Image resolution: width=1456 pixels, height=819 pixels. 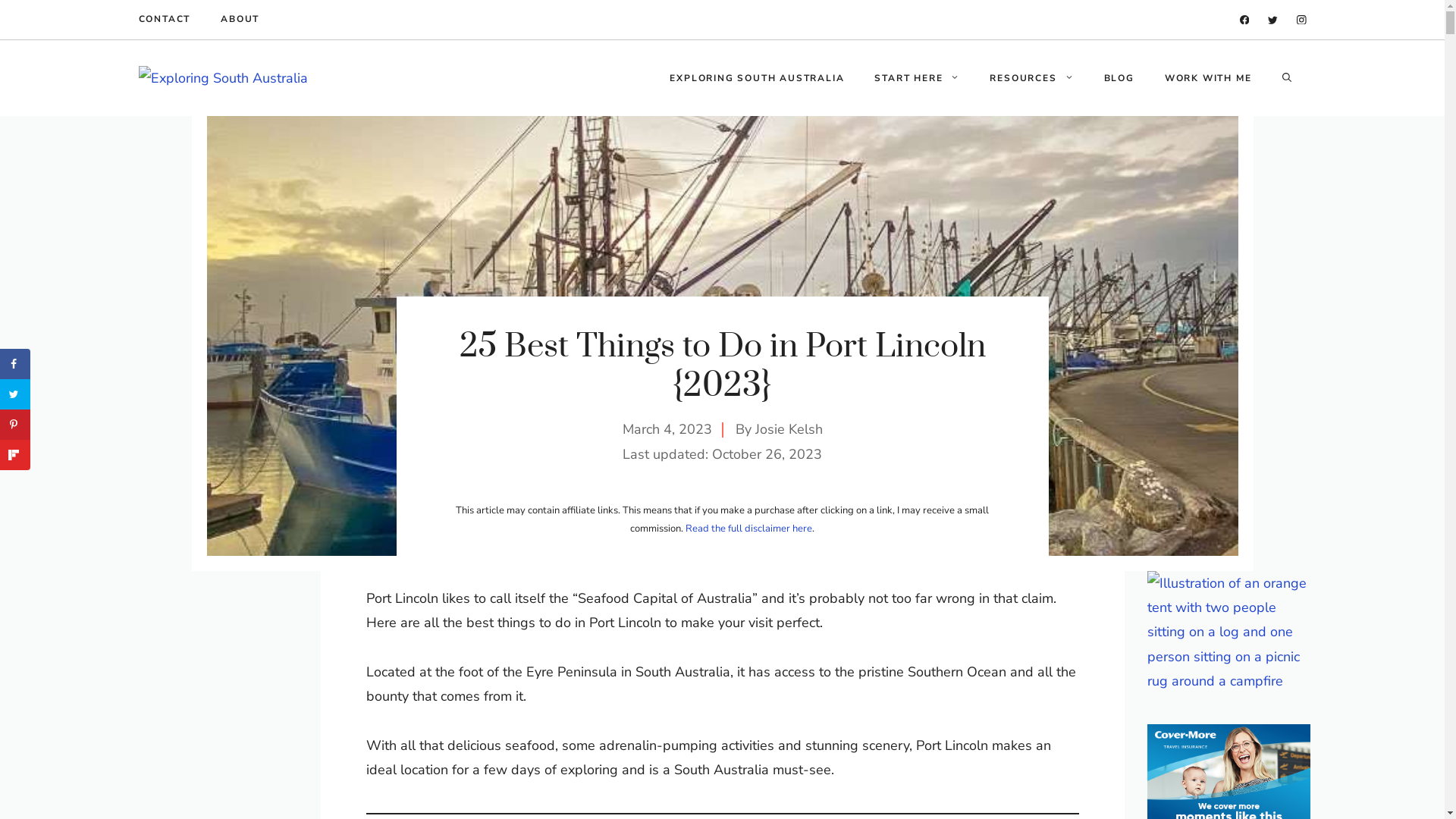 I want to click on 'WORK WITH ME', so click(x=1207, y=78).